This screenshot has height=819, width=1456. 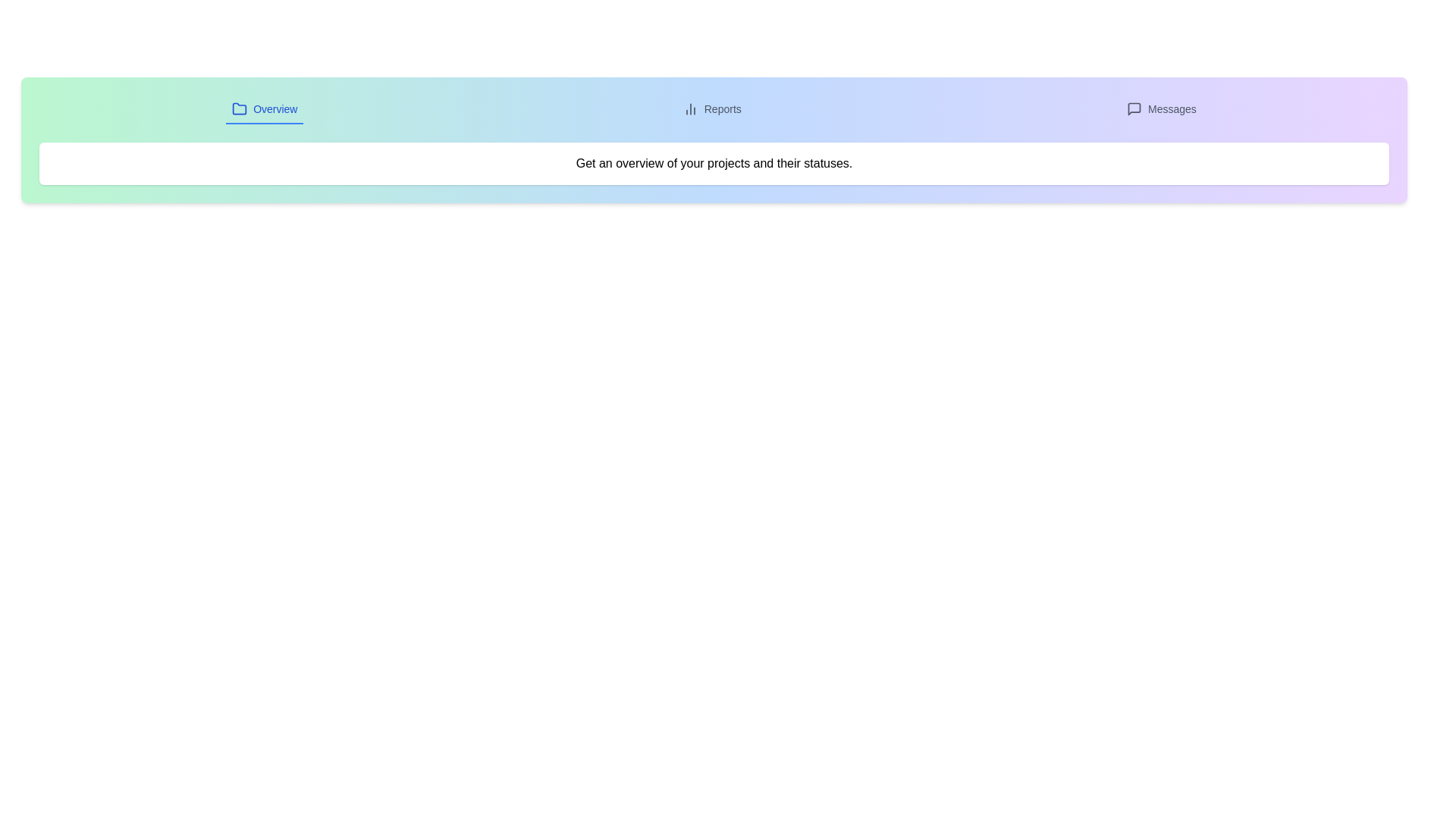 I want to click on the Messages tab, so click(x=1160, y=109).